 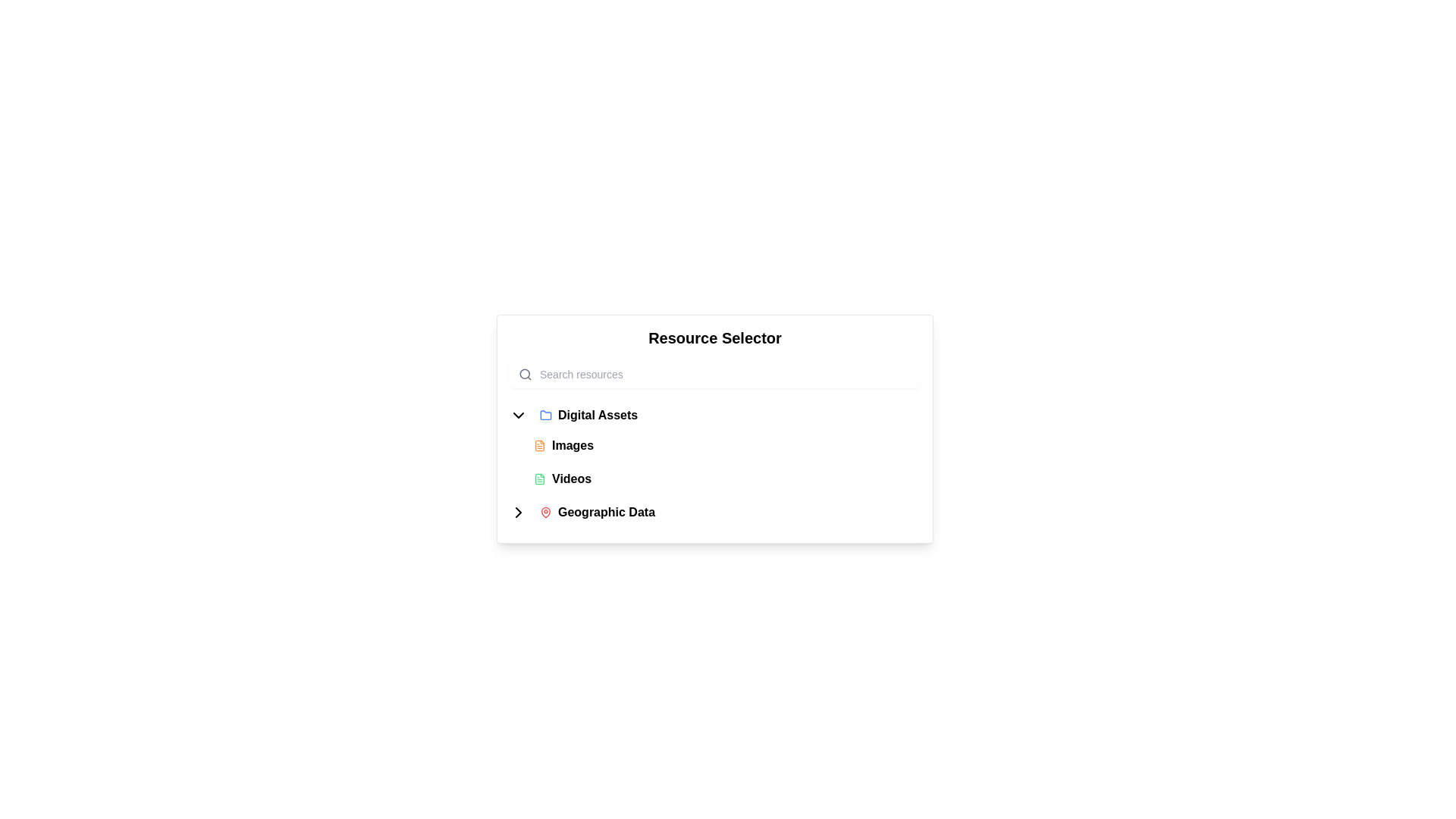 What do you see at coordinates (539, 479) in the screenshot?
I see `the green file icon representing a document, located to the left of the 'Videos' label in the button structure` at bounding box center [539, 479].